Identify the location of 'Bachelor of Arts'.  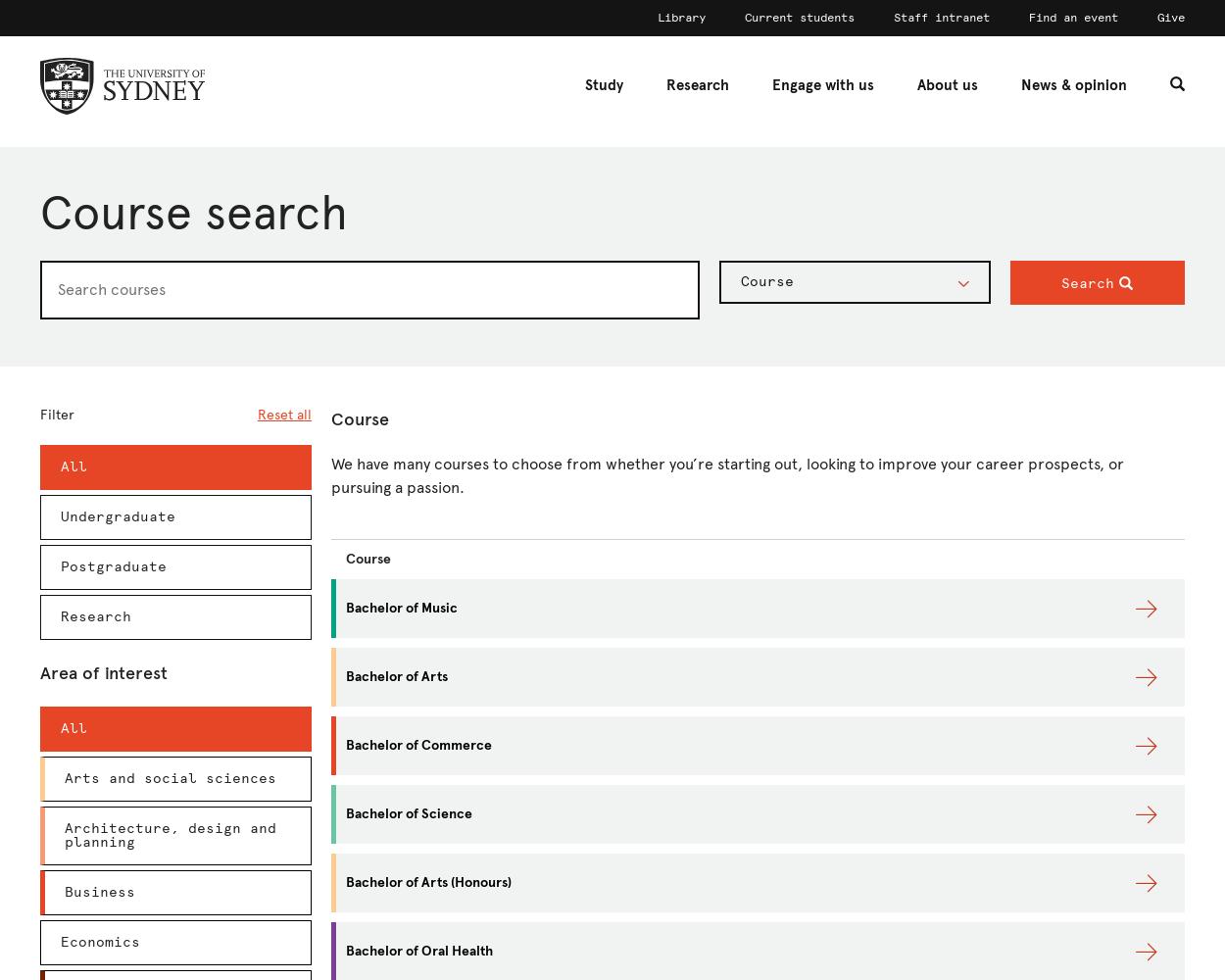
(397, 675).